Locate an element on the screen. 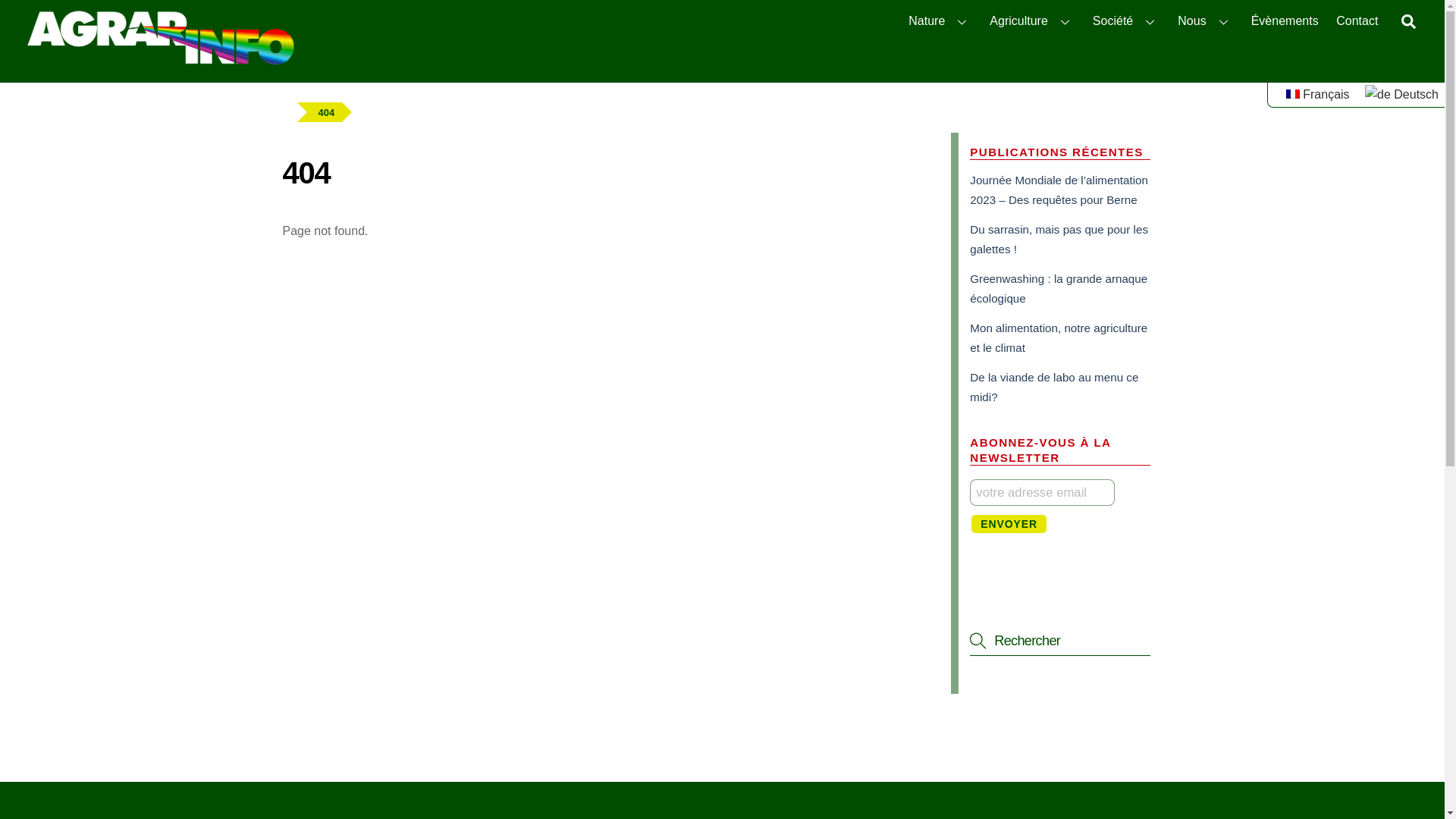 The height and width of the screenshot is (819, 1456). 'Deutsch' is located at coordinates (1365, 94).